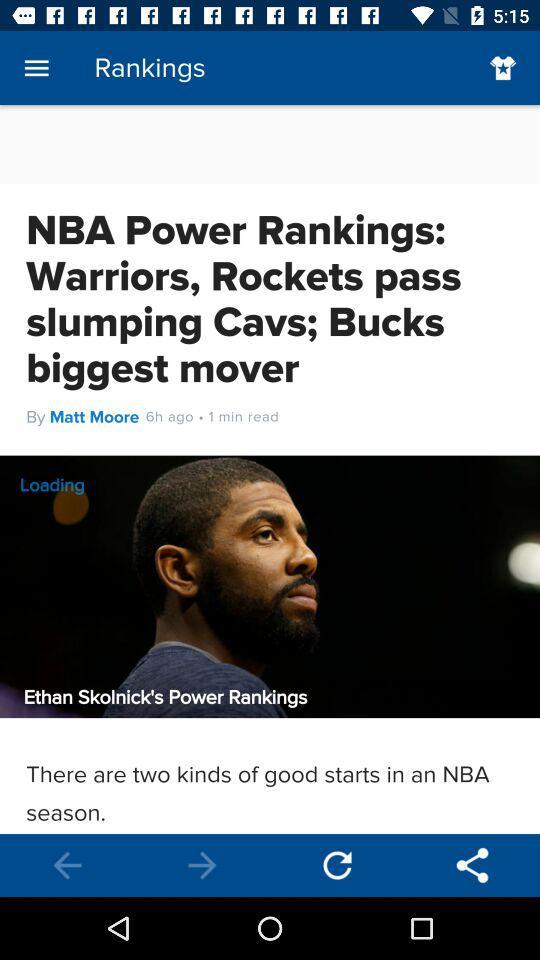 Image resolution: width=540 pixels, height=960 pixels. Describe the element at coordinates (472, 864) in the screenshot. I see `the share icon` at that location.